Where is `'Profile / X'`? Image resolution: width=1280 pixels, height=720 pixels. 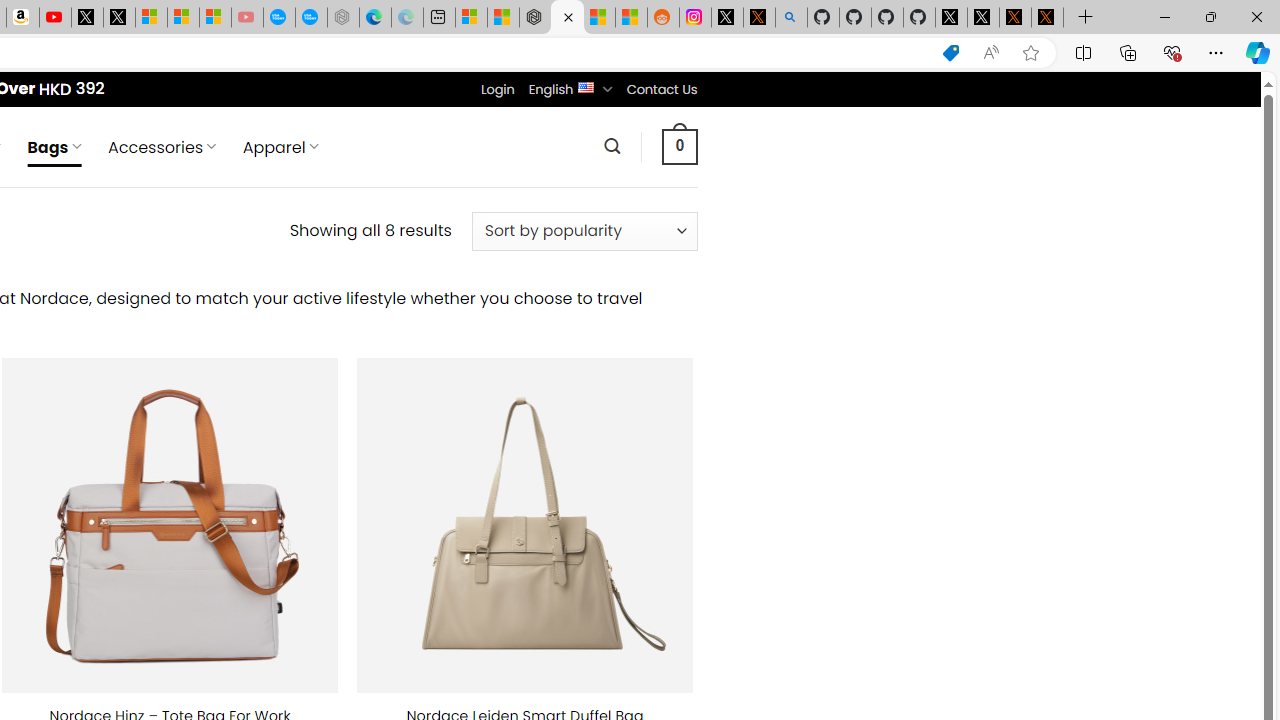
'Profile / X' is located at coordinates (950, 17).